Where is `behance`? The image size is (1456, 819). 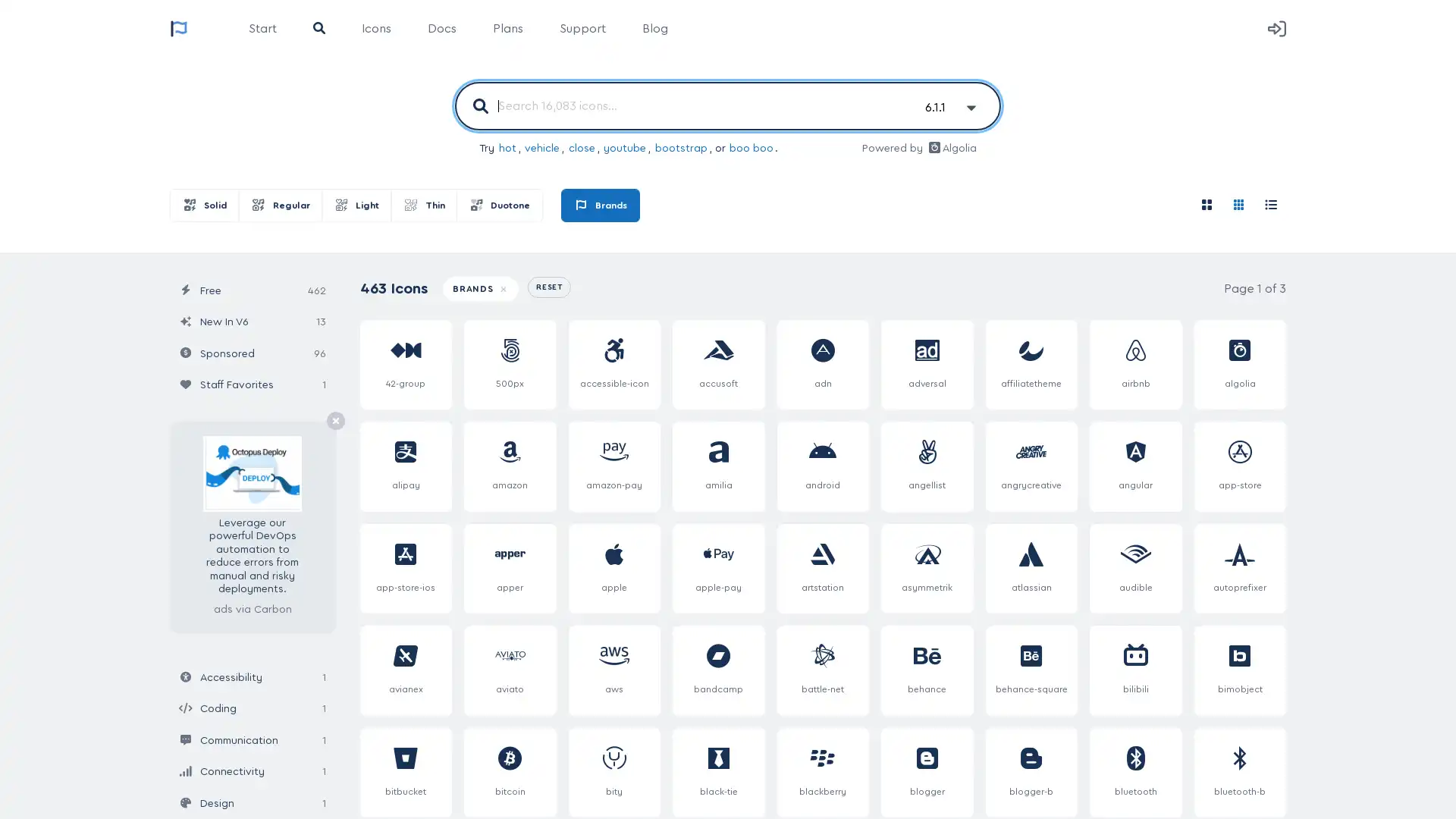 behance is located at coordinates (926, 680).